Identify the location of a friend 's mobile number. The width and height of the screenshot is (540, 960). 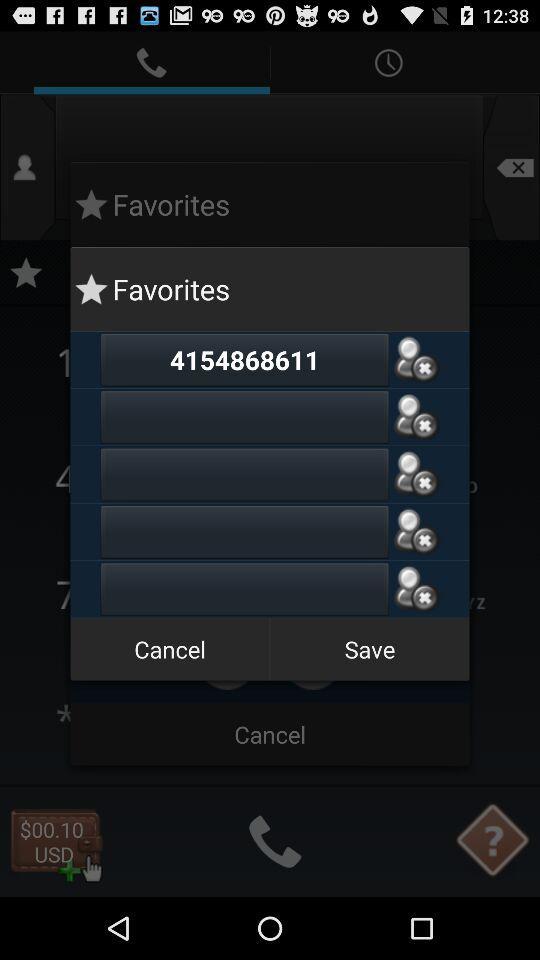
(244, 530).